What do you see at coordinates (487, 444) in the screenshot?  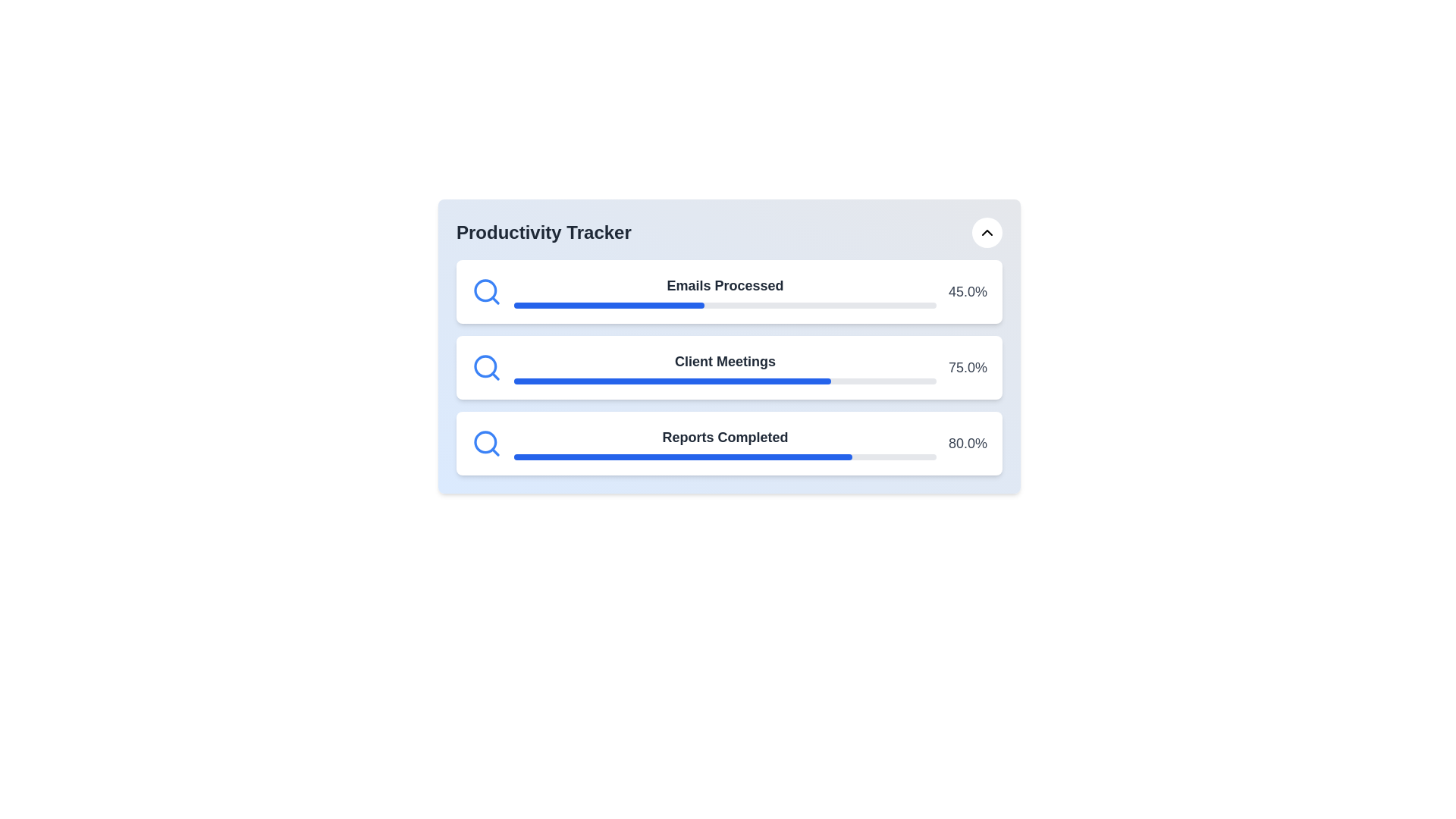 I see `the search icon located on the left side of the 'Reports Completed' section within the 'Productivity Tracker' widget to initiate a search action` at bounding box center [487, 444].